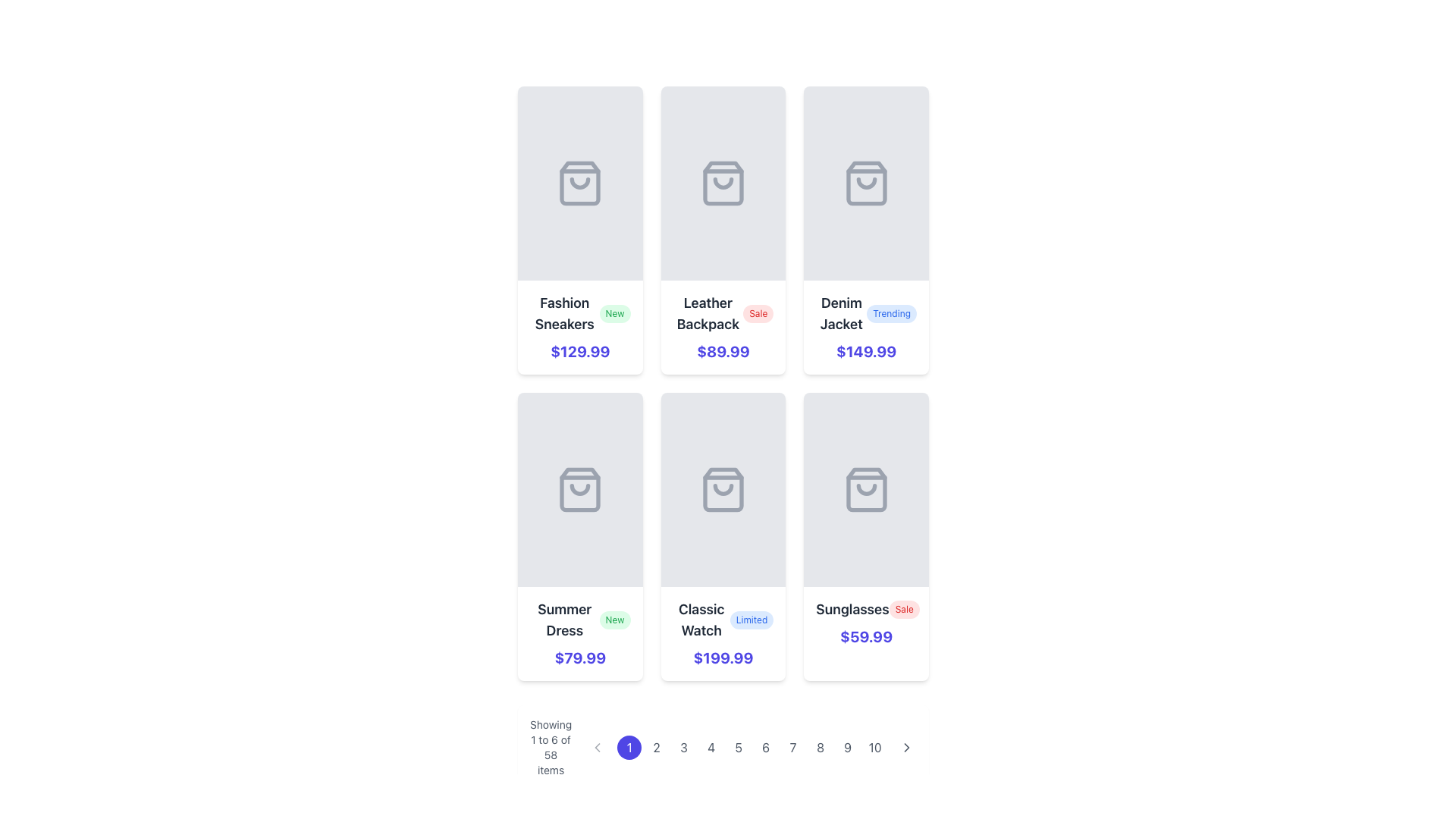 The height and width of the screenshot is (819, 1456). What do you see at coordinates (866, 637) in the screenshot?
I see `price displayed in the bold, large blue indigo Text Label showing '$59.99', located below the 'Sunglasses' description text in the product card` at bounding box center [866, 637].